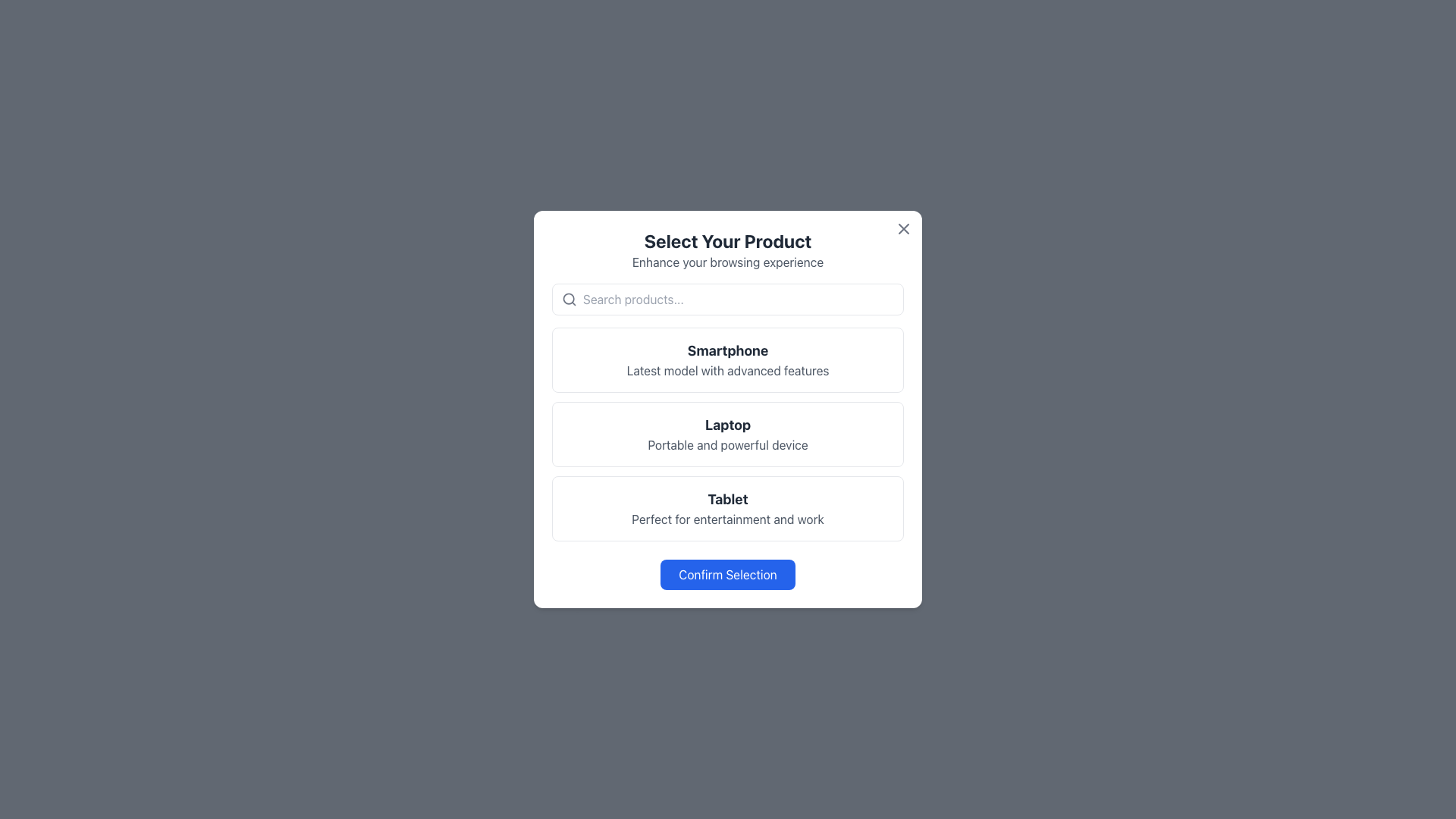 The width and height of the screenshot is (1456, 819). I want to click on the text label displaying 'Perfect for entertainment and work', which is located beneath the bold title 'Tablet' in the third option card, so click(728, 519).